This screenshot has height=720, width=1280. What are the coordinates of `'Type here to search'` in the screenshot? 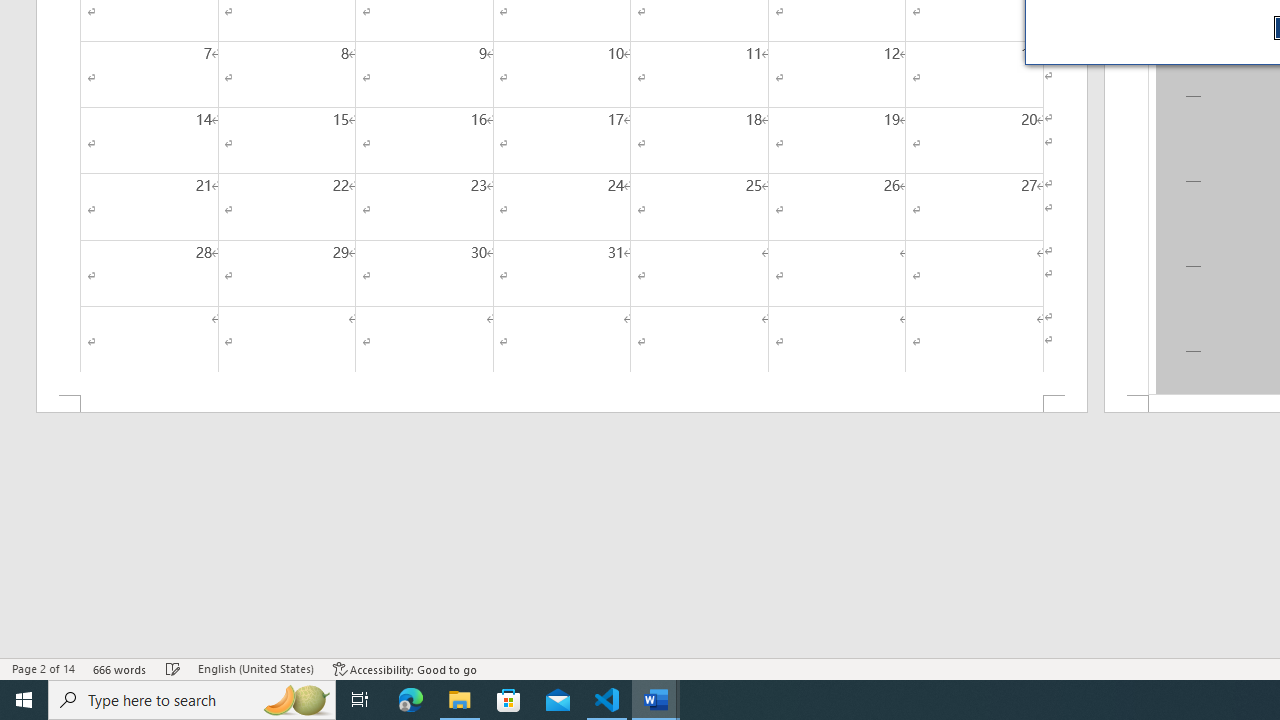 It's located at (192, 698).